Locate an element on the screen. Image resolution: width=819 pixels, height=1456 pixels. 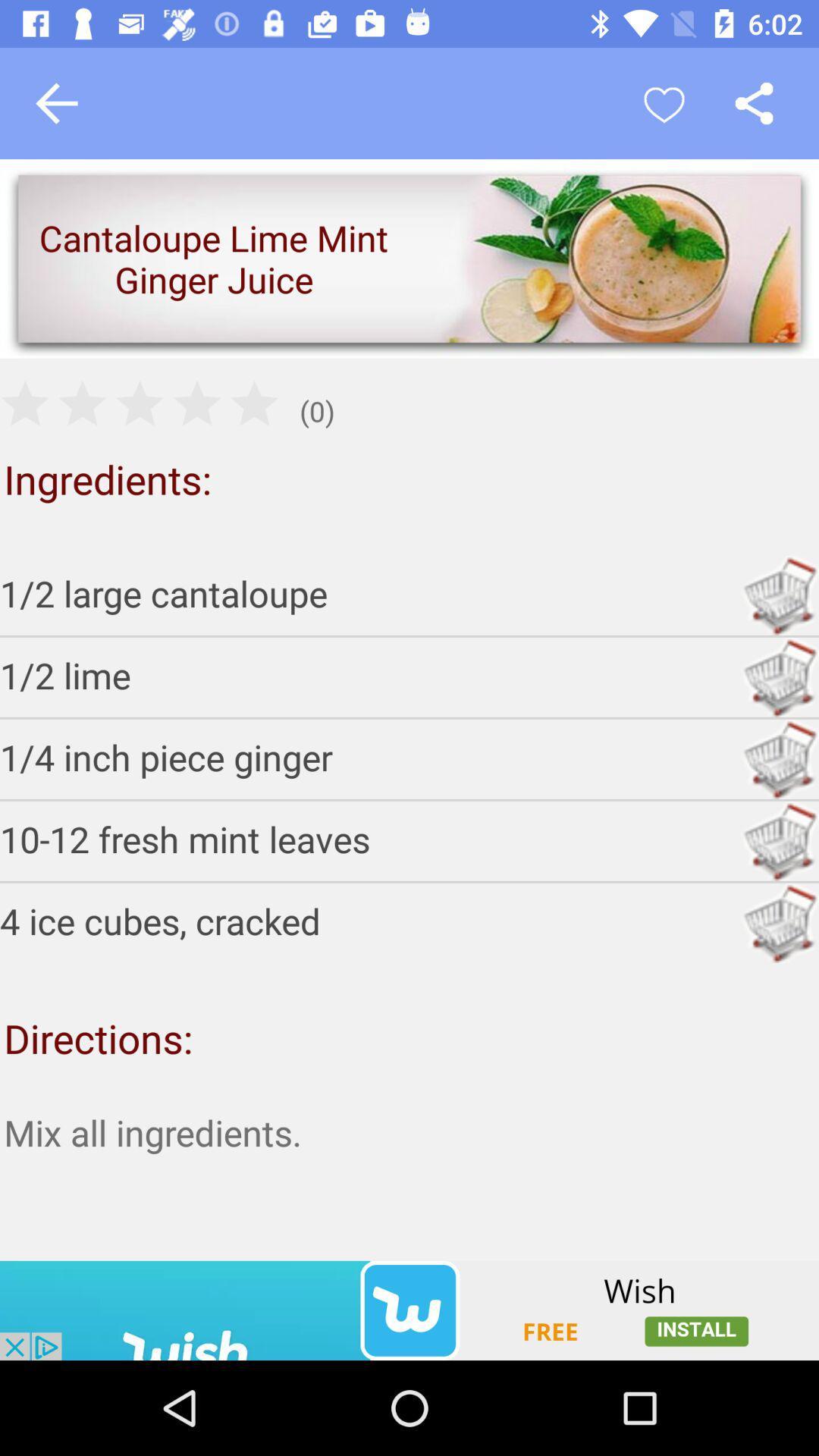
share recipe is located at coordinates (754, 102).